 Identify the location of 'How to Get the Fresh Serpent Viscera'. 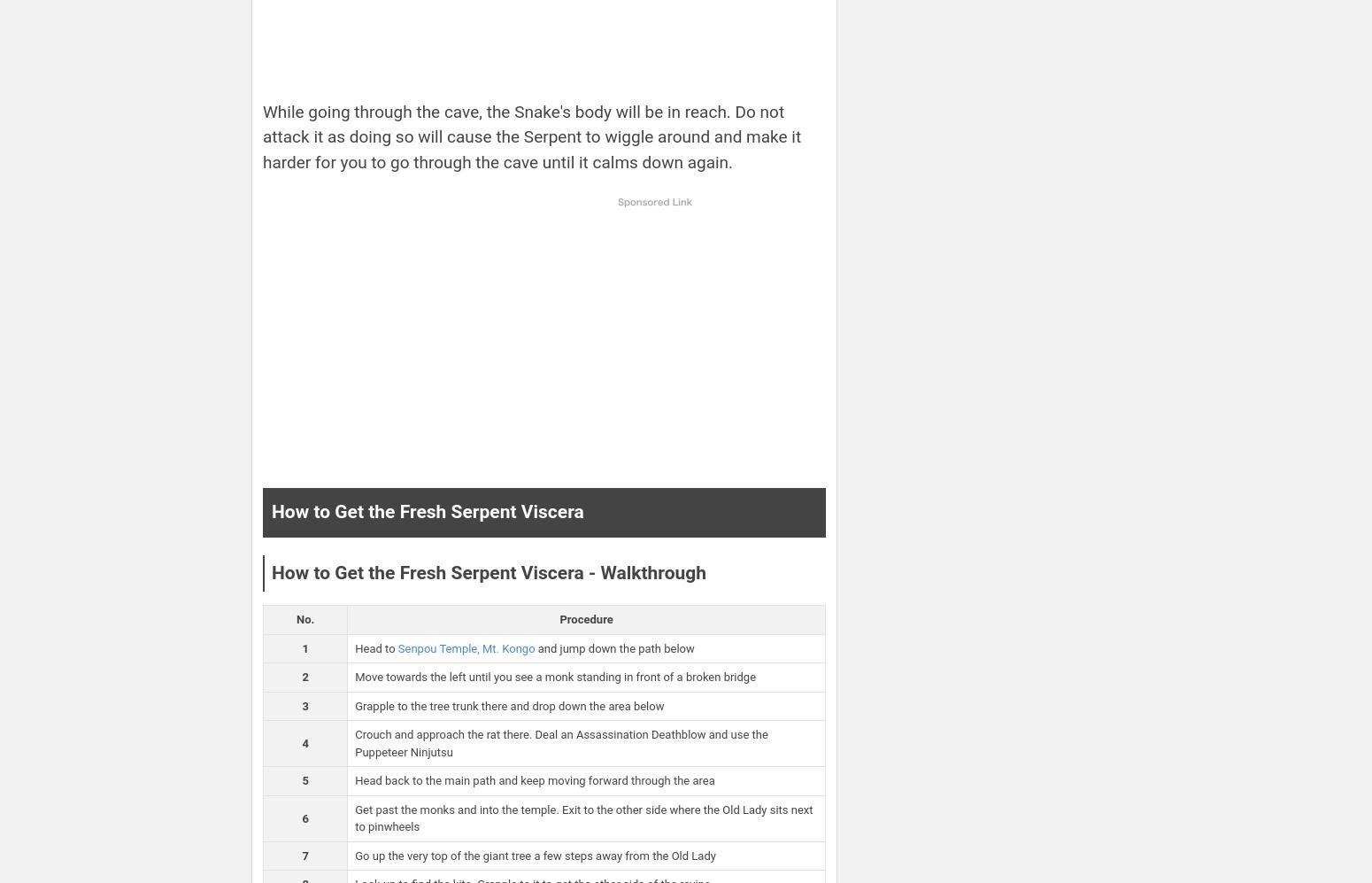
(272, 511).